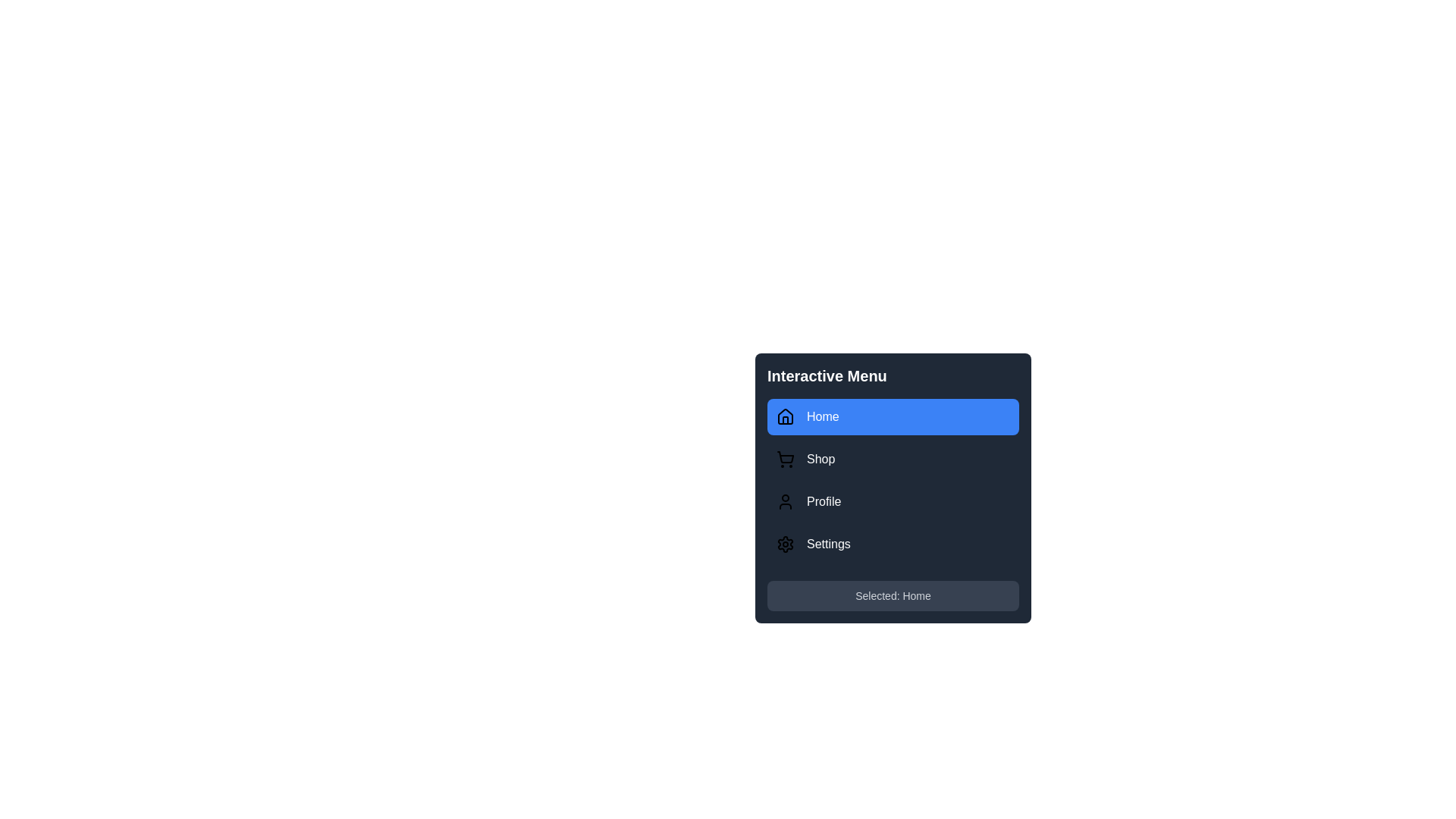 The image size is (1456, 819). I want to click on the 'Profile' menu option in the vertical navigation menu, so click(893, 480).